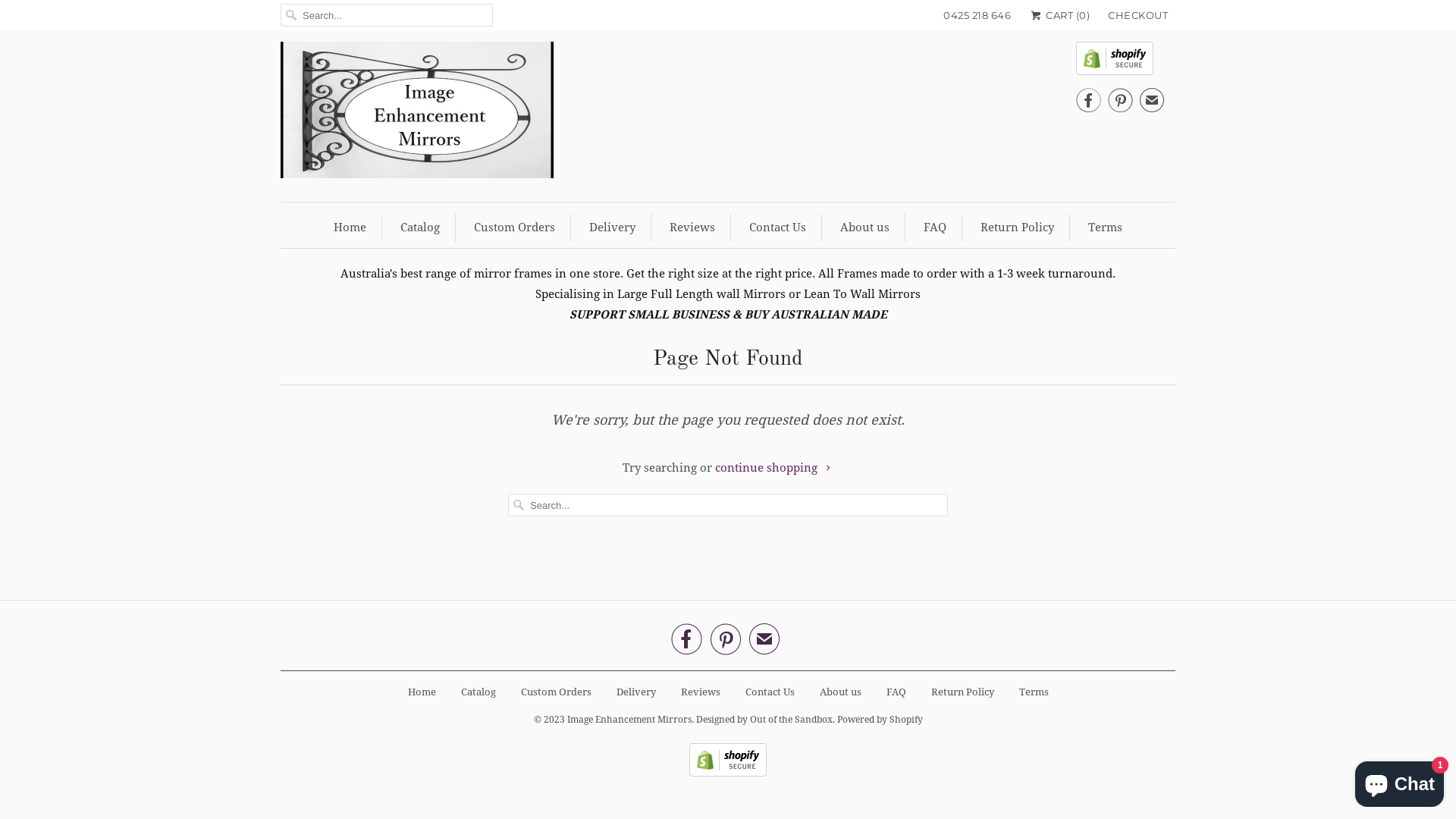 This screenshot has height=819, width=1456. Describe the element at coordinates (1398, 780) in the screenshot. I see `'Shopify online store chat'` at that location.